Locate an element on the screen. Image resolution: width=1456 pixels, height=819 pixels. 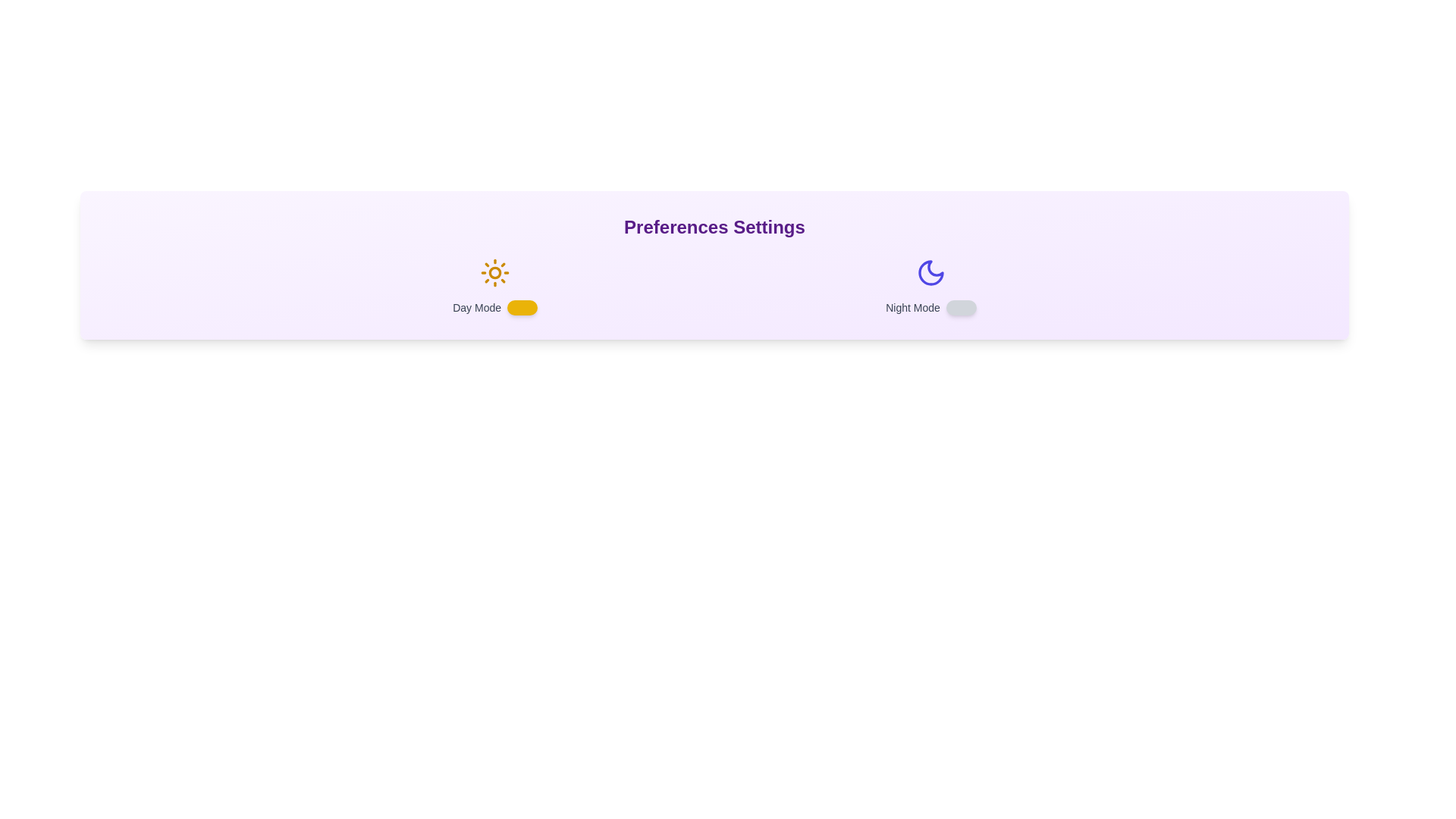
the 'Day Mode' switch to toggle its state is located at coordinates (522, 307).